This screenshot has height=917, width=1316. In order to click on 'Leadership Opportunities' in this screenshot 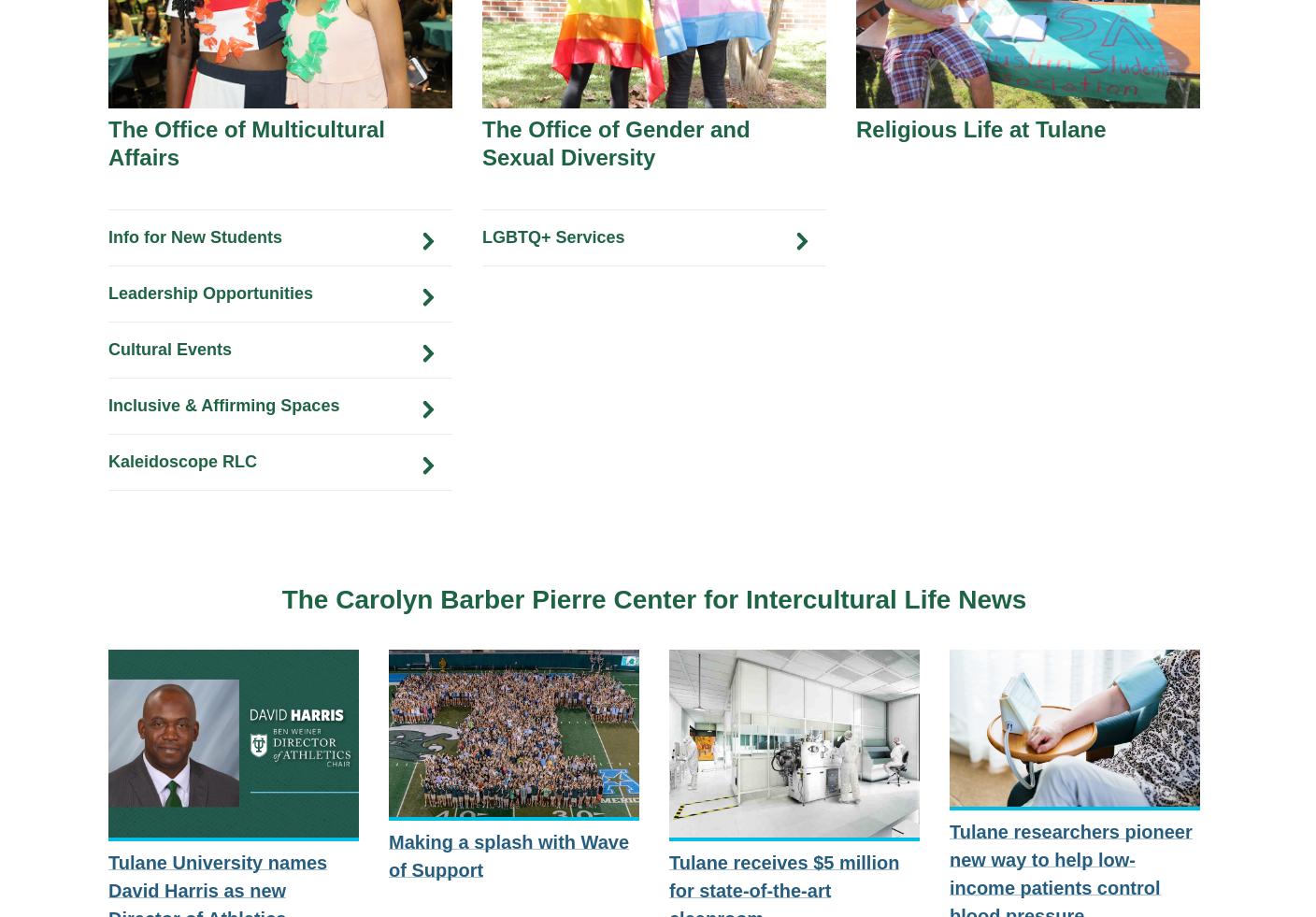, I will do `click(209, 292)`.